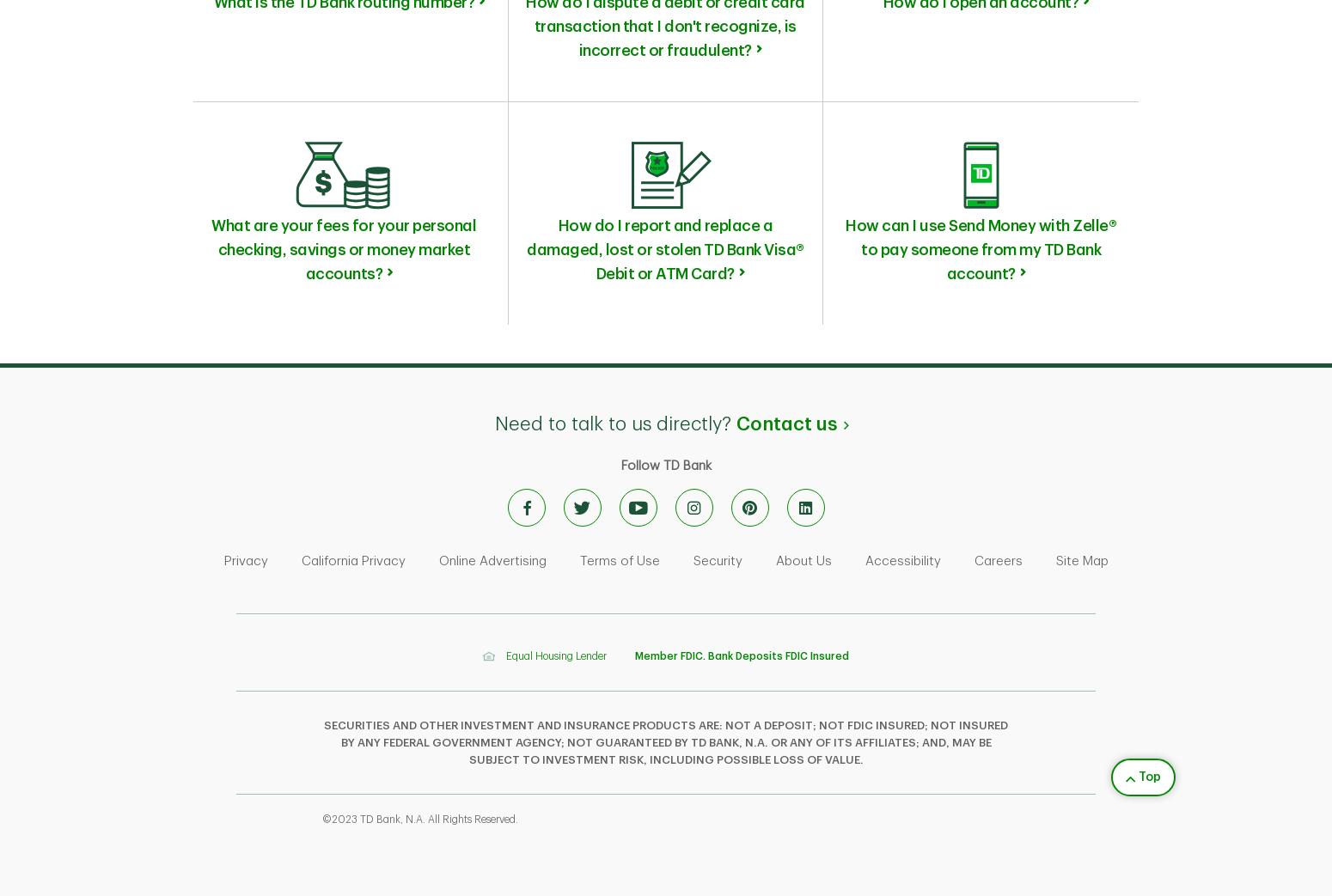 This screenshot has height=896, width=1332. I want to click on 'About Us', so click(774, 560).